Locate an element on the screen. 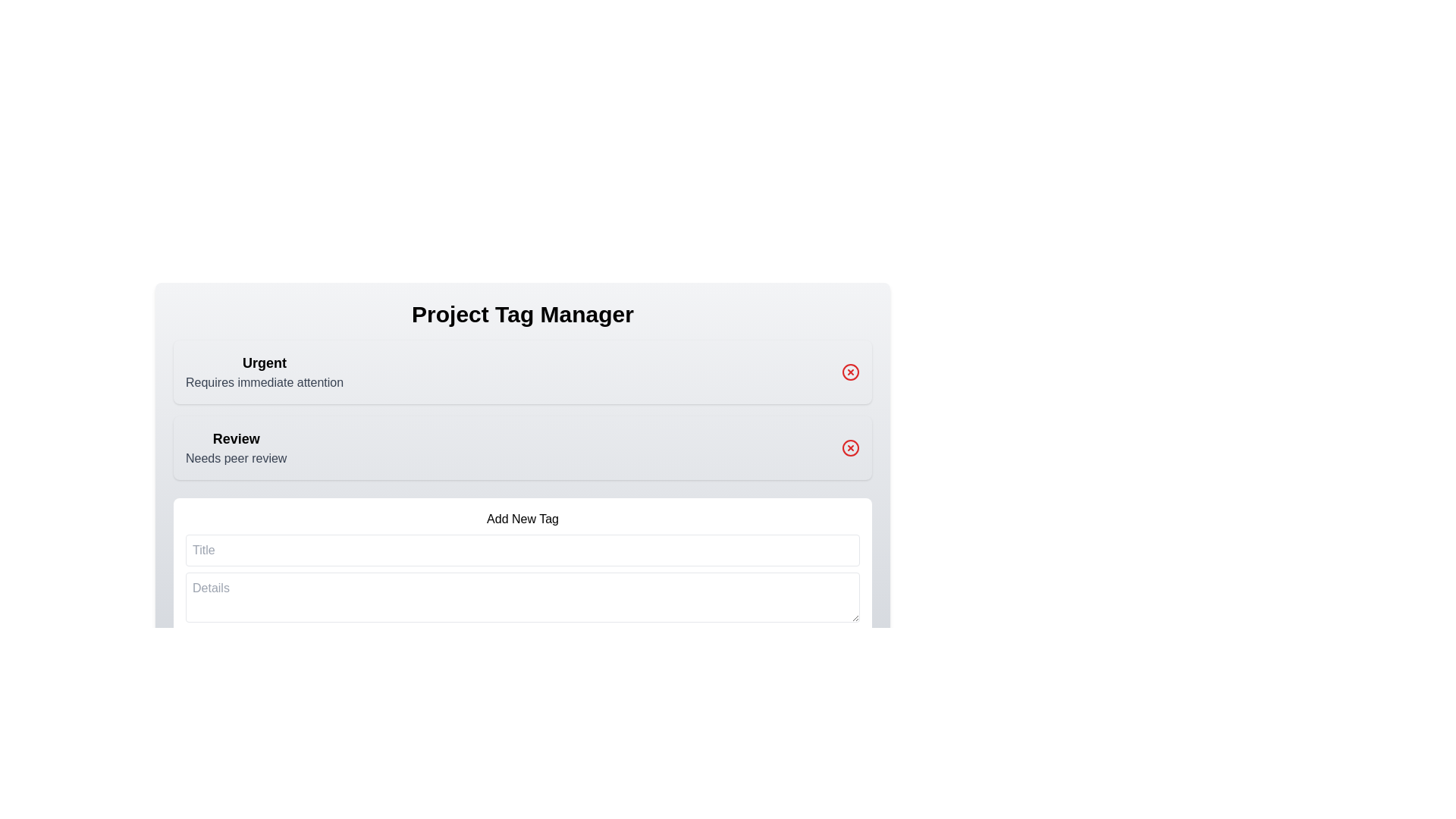  the delete button located on the far right of the 'Review' section, aligned with the text 'Needs peer review' is located at coordinates (851, 447).